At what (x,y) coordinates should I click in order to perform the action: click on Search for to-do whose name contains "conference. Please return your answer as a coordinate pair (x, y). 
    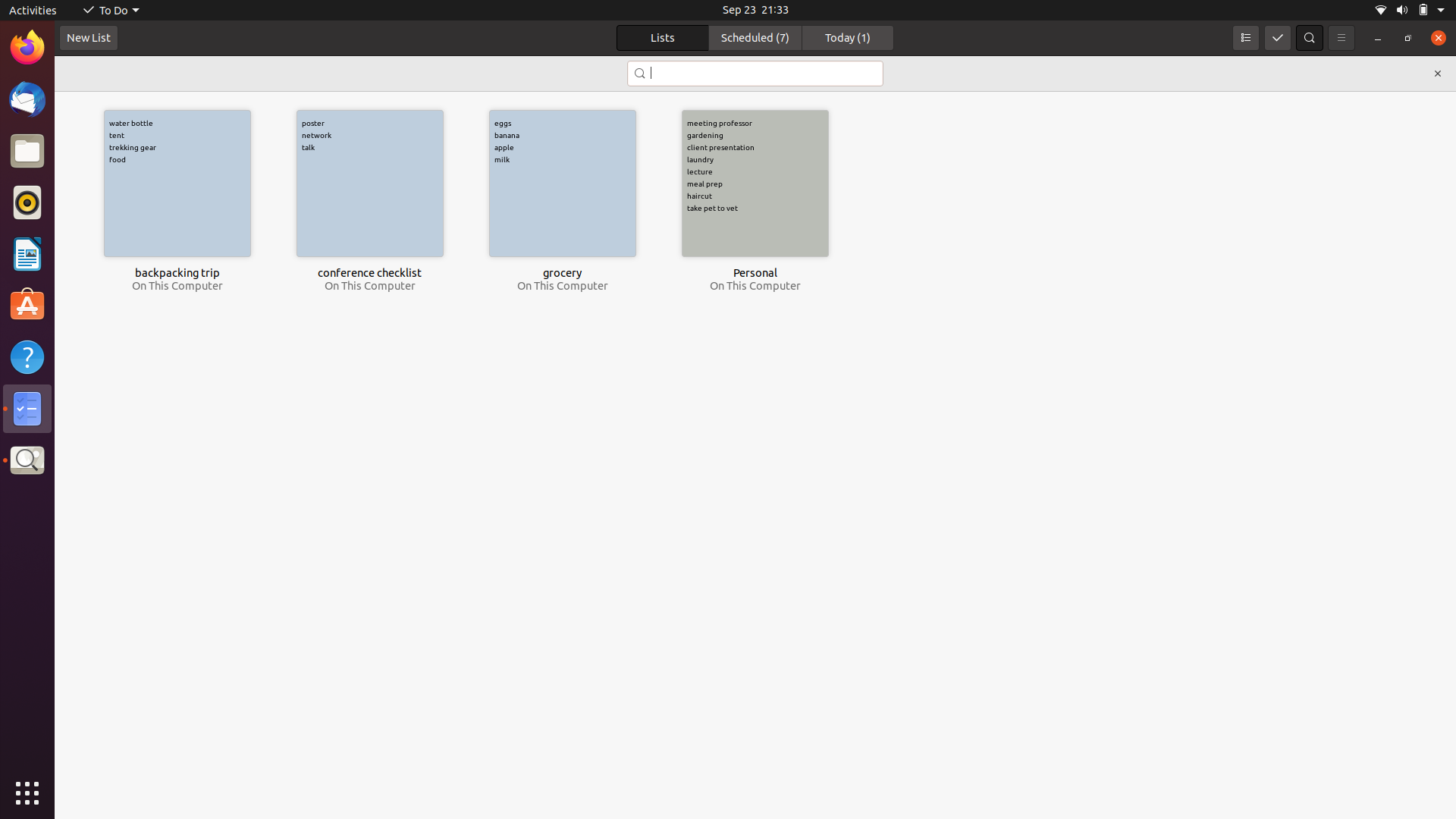
    Looking at the image, I should click on (754, 74).